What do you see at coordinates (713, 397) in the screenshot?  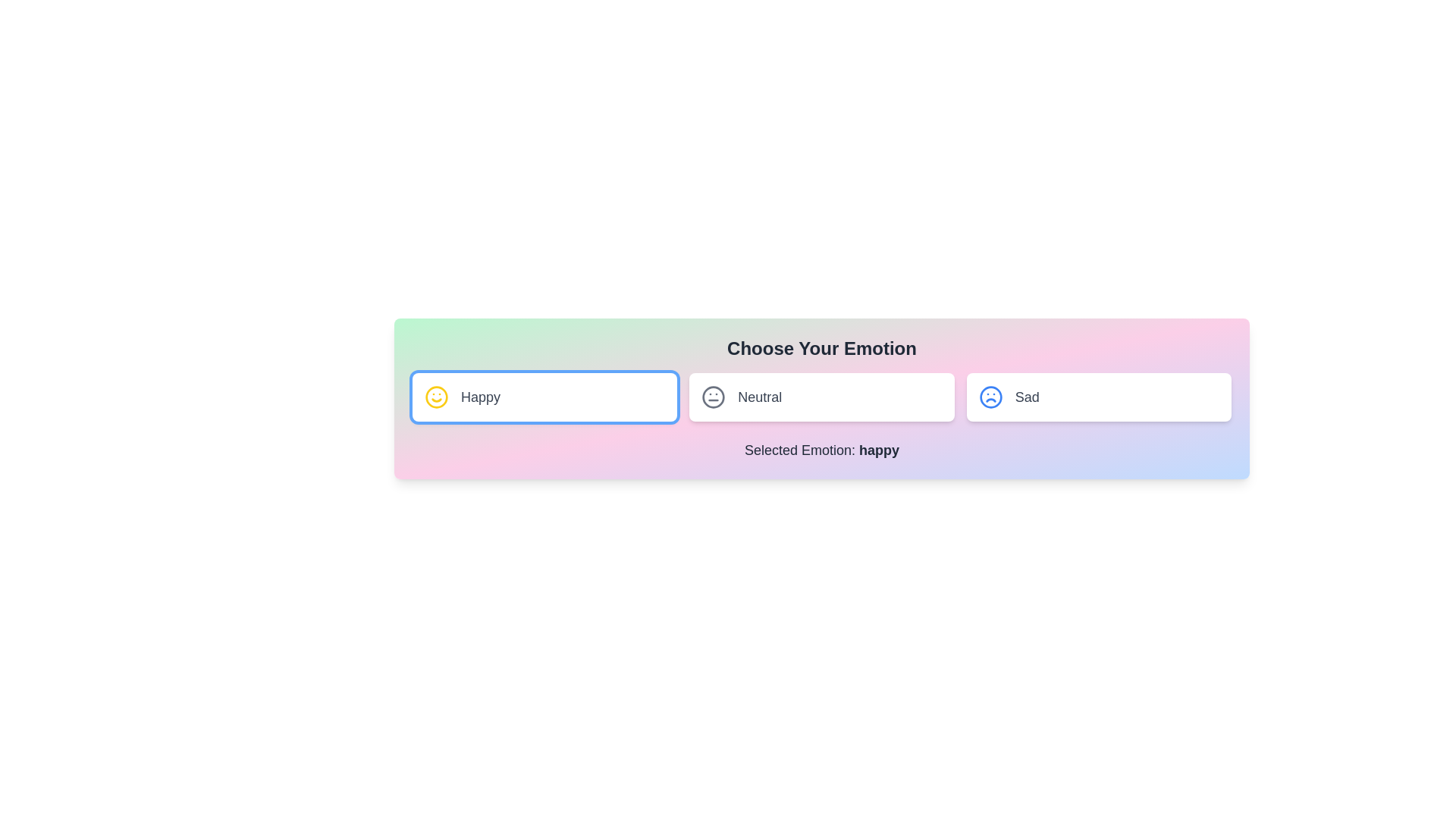 I see `the neutral expression icon, which is a circular face with gray color and simple line art, located to the left of the text 'Neutral' in the center of the UI` at bounding box center [713, 397].